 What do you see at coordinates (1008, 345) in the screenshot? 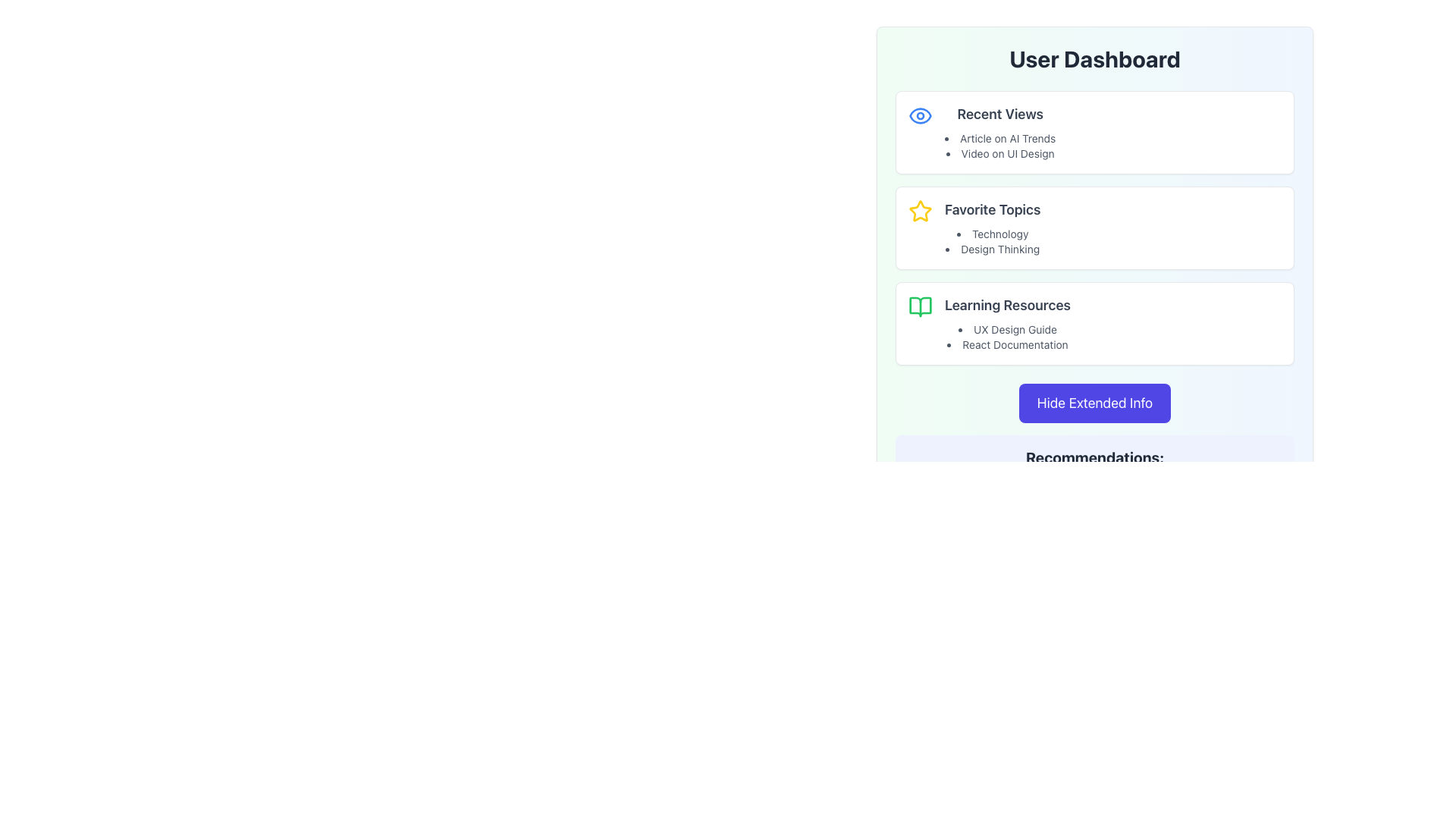
I see `the text label 'React Documentation', which is the second item in the bullet list under 'Learning Resources', positioned below 'UX Design Guide'` at bounding box center [1008, 345].